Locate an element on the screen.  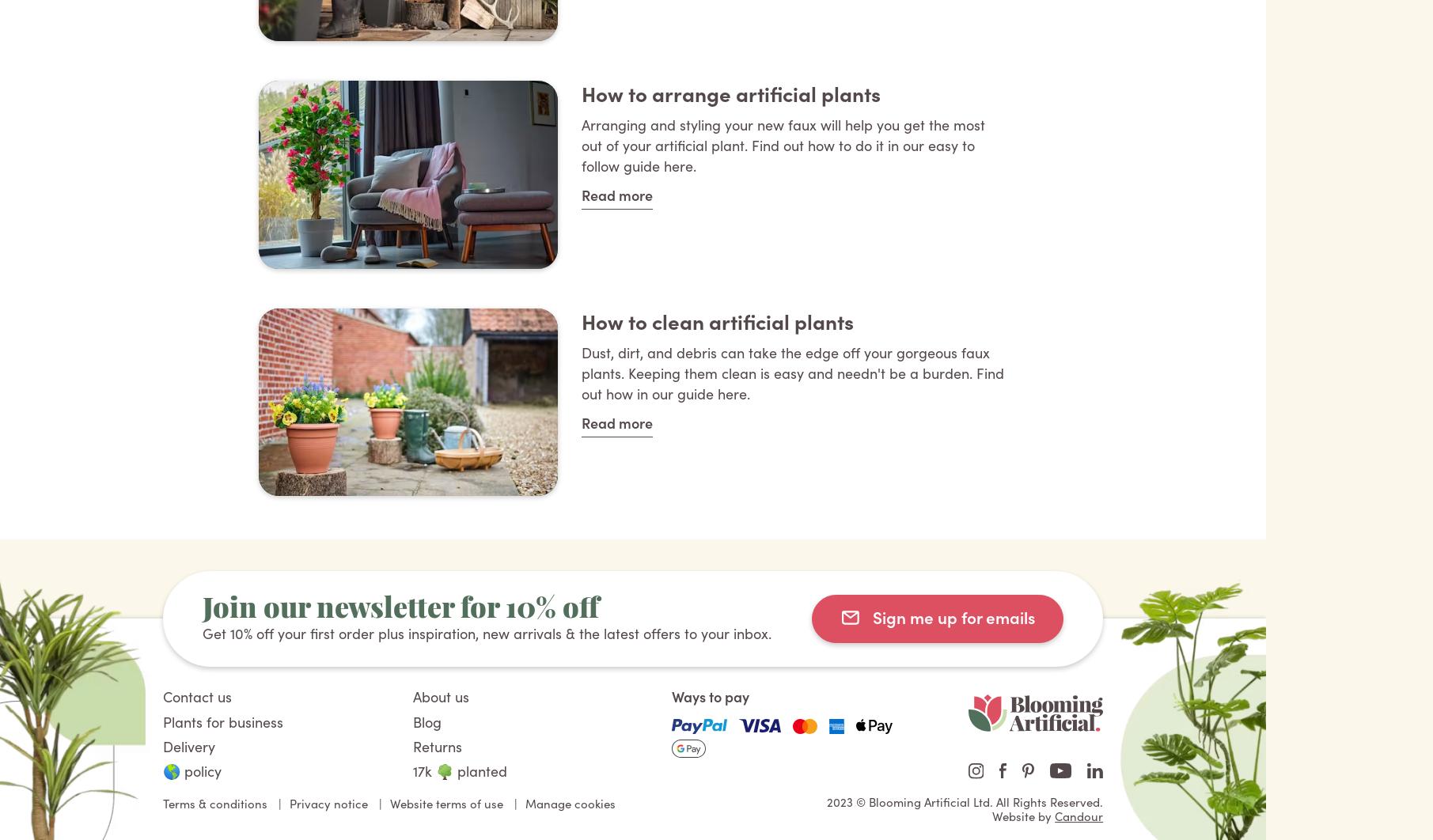
'Privacy notice' is located at coordinates (328, 801).